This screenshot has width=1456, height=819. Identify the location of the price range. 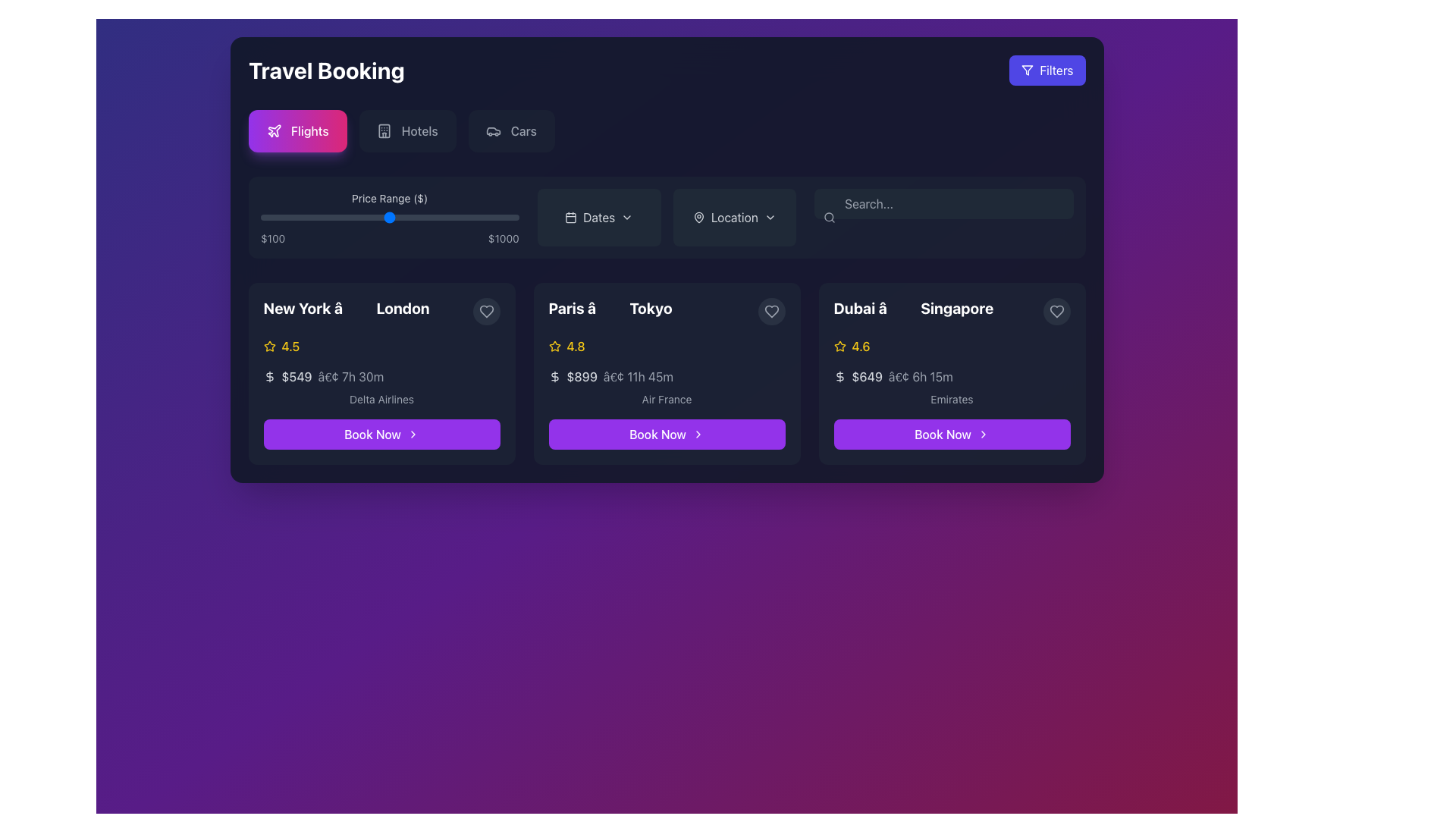
(337, 217).